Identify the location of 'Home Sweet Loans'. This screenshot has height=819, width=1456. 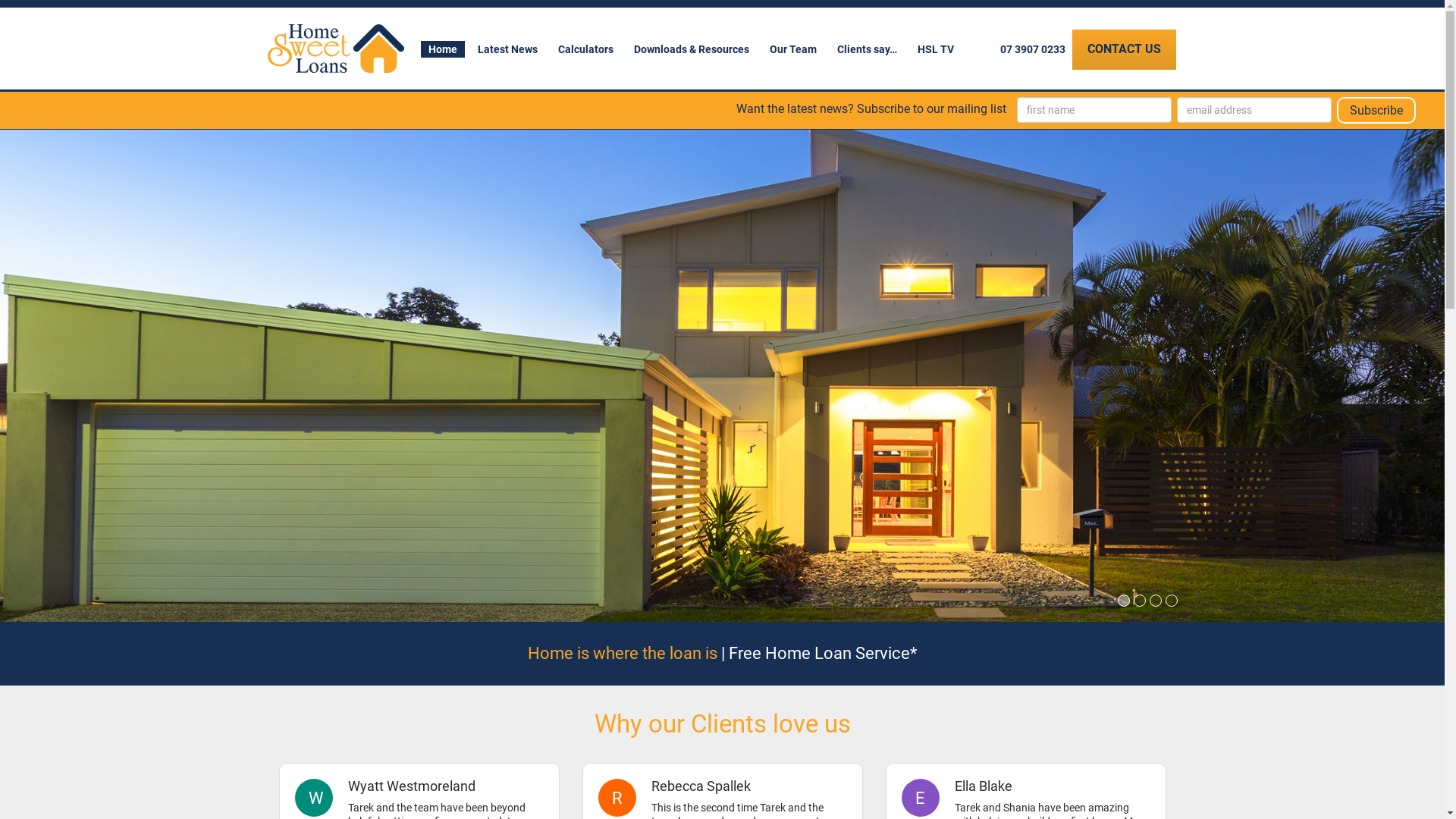
(334, 48).